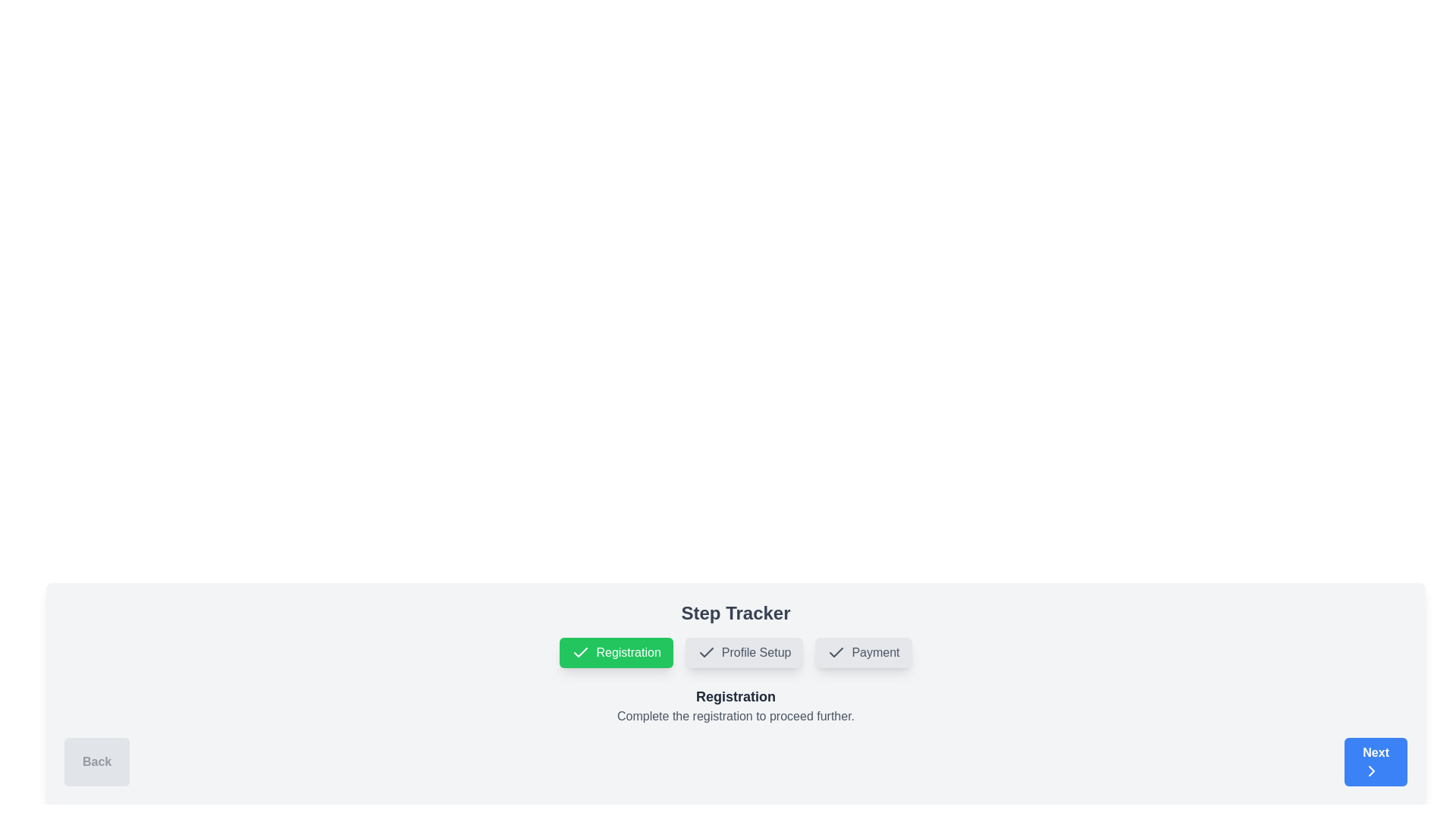  Describe the element at coordinates (736, 705) in the screenshot. I see `the Text Display Section that shows 'Registration' and provides instructions to complete the registration process` at that location.